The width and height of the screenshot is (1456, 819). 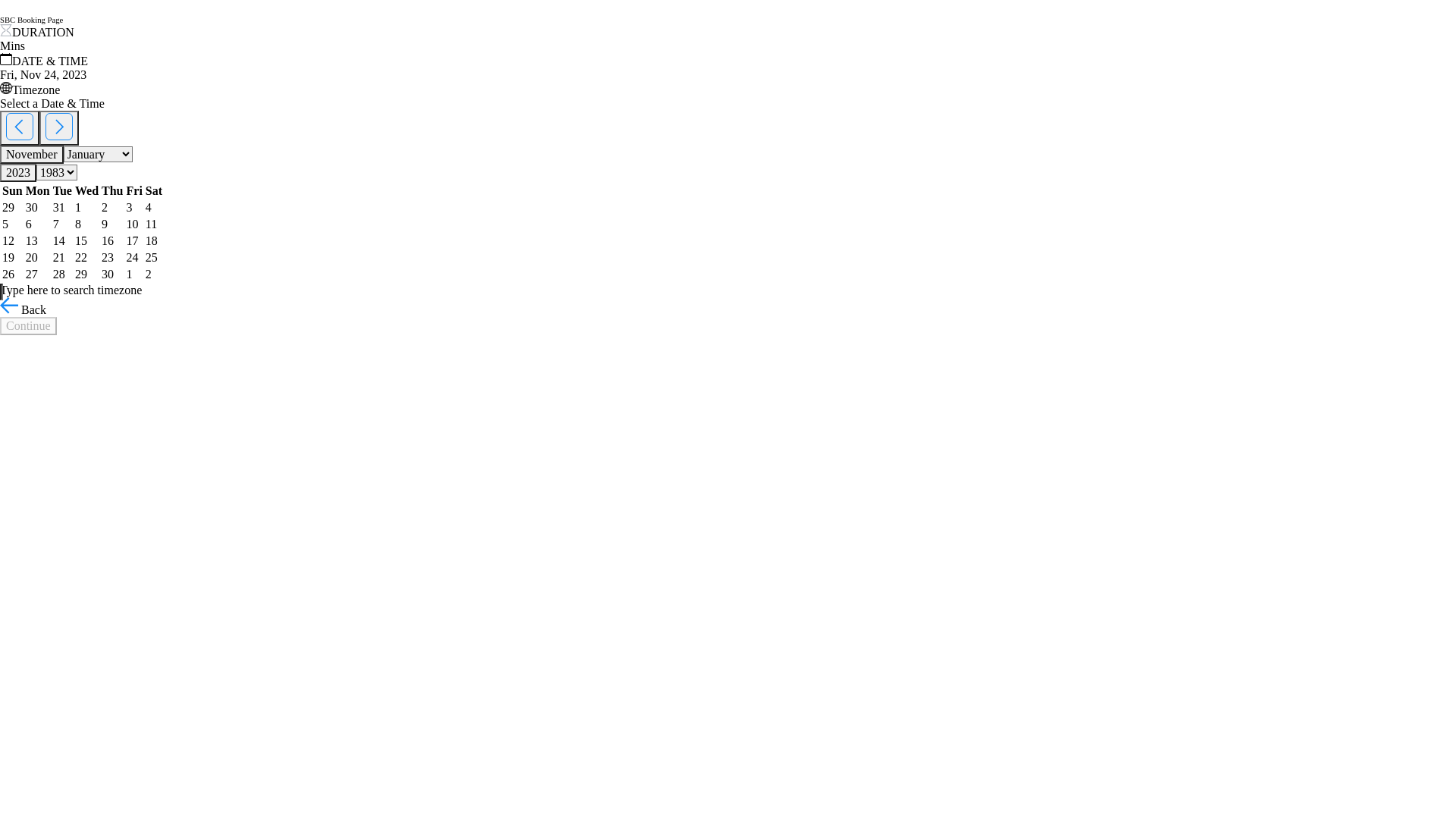 What do you see at coordinates (23, 309) in the screenshot?
I see `'Back'` at bounding box center [23, 309].